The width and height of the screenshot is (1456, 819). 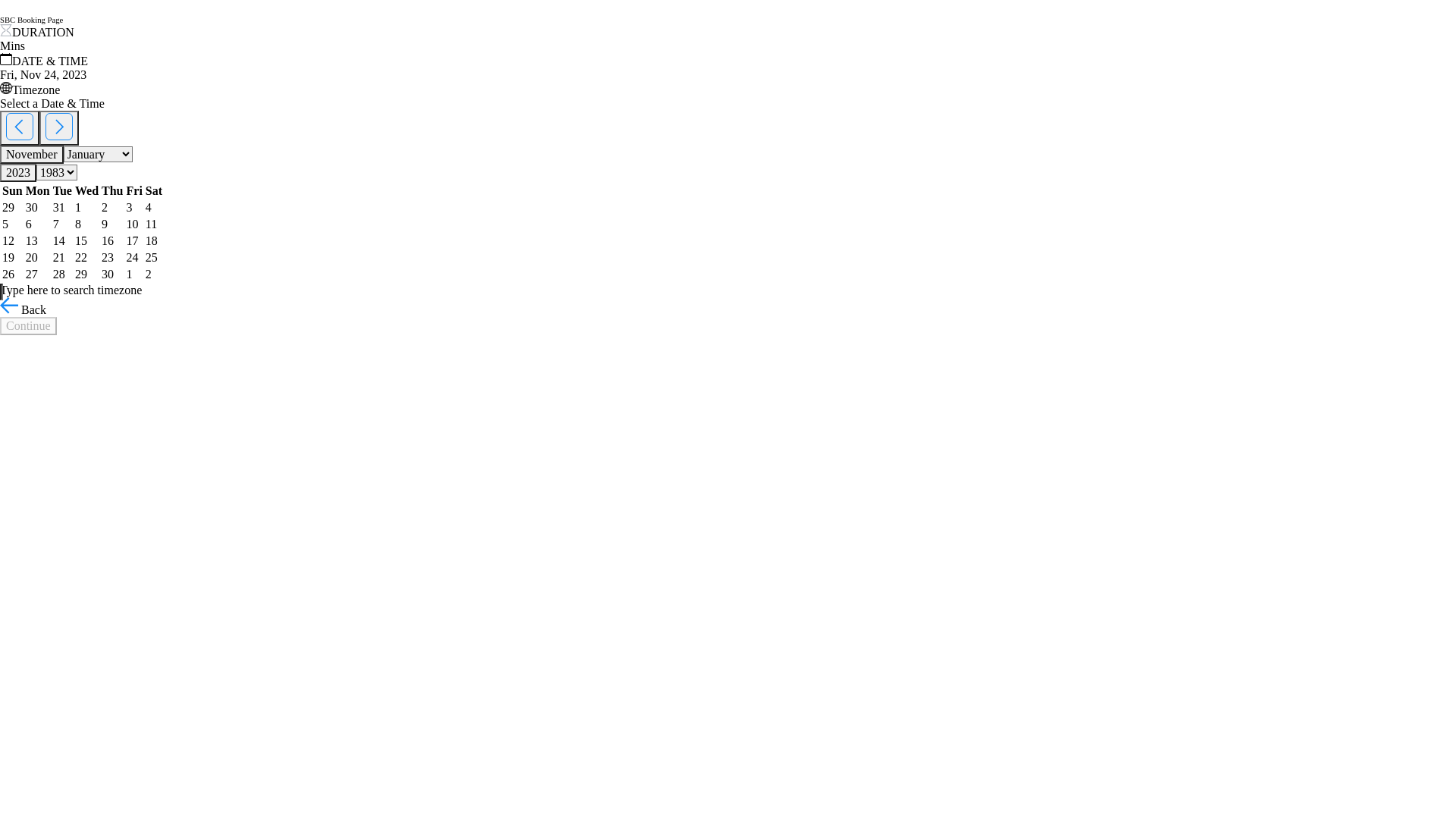 What do you see at coordinates (23, 309) in the screenshot?
I see `'Back'` at bounding box center [23, 309].